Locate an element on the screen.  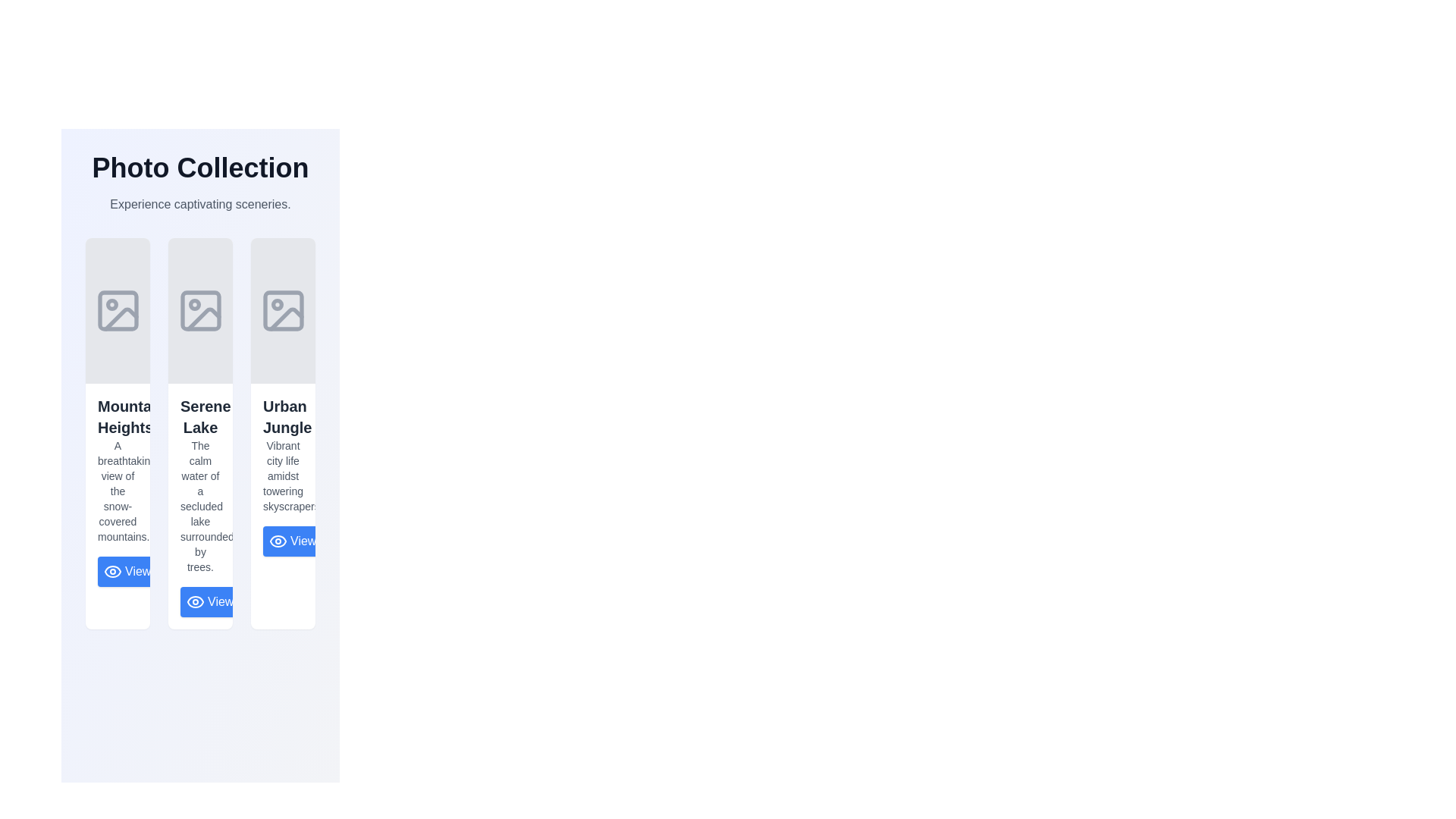
the static text that reads 'Experience captivating sceneries.' which is centered below the heading 'Photo Collection' and above the gallery grid is located at coordinates (199, 205).